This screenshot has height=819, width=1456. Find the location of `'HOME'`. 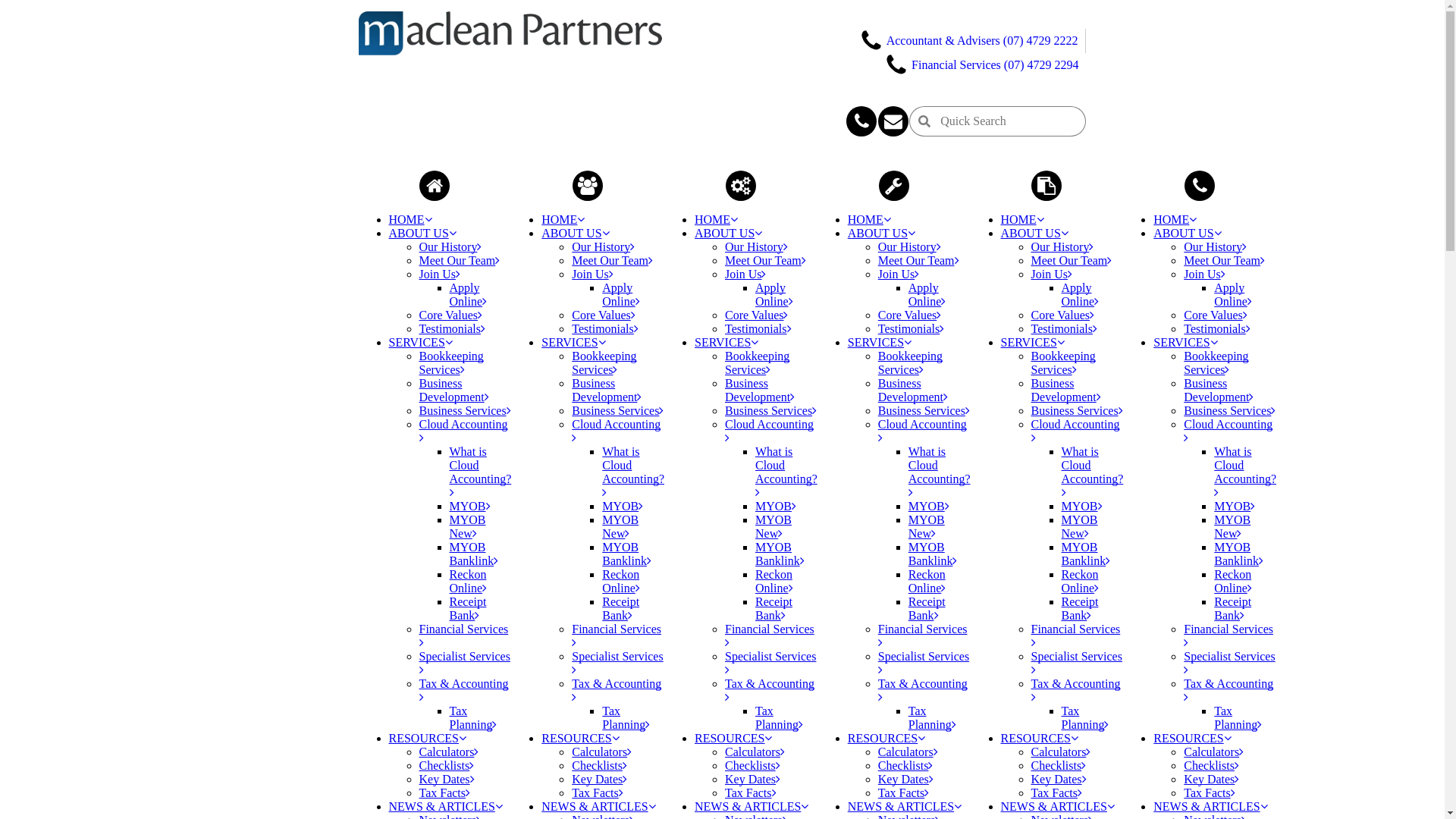

'HOME' is located at coordinates (1022, 219).